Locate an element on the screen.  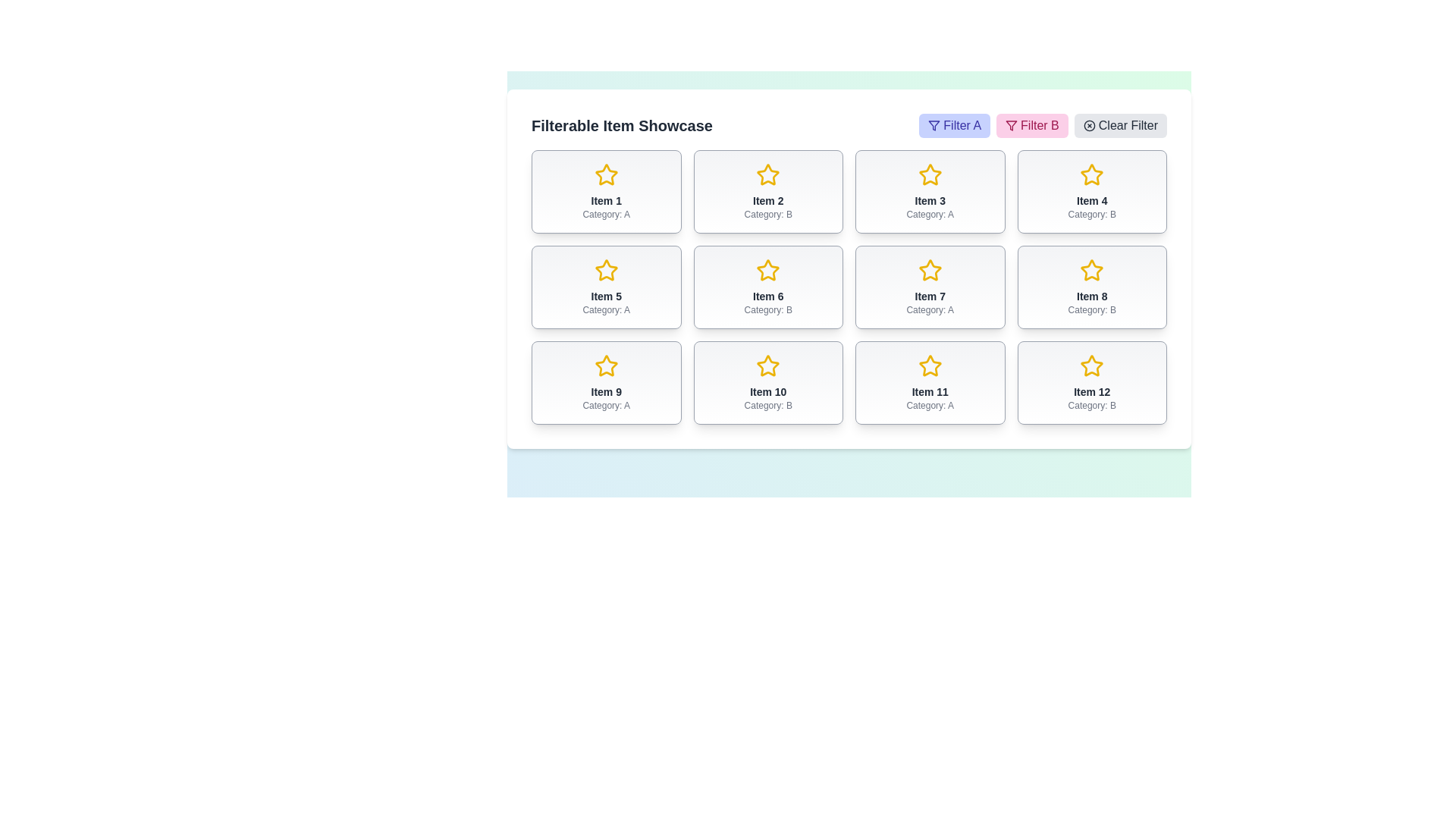
the 'Filter B' button, which is a light pink rectangular button with rounded edges located between the 'Filter A' and 'Clear Filter' buttons in the top-right corner of the page, to apply the 'B' filter is located at coordinates (1042, 124).